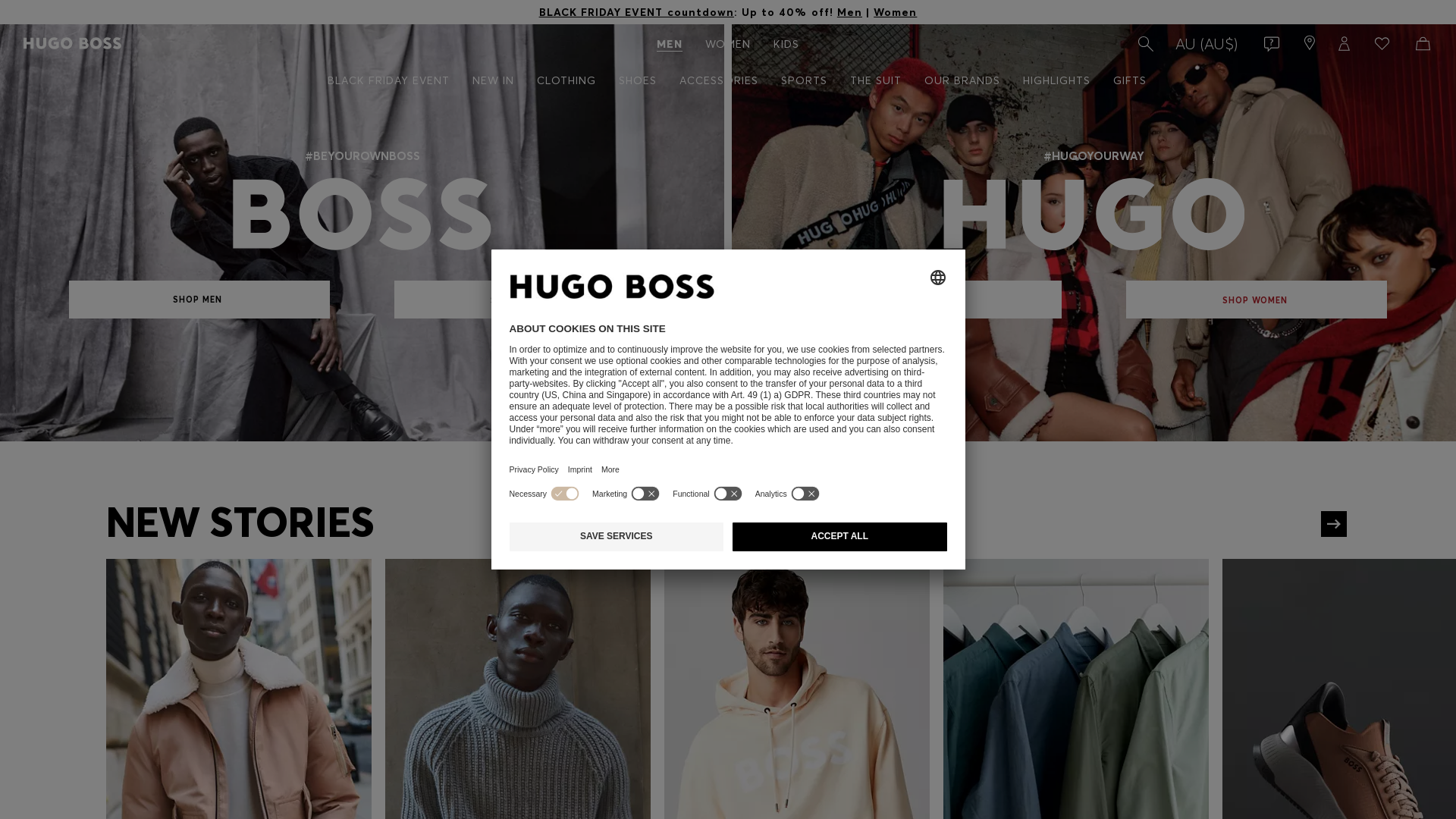  What do you see at coordinates (1295, 43) in the screenshot?
I see `'Store Locator'` at bounding box center [1295, 43].